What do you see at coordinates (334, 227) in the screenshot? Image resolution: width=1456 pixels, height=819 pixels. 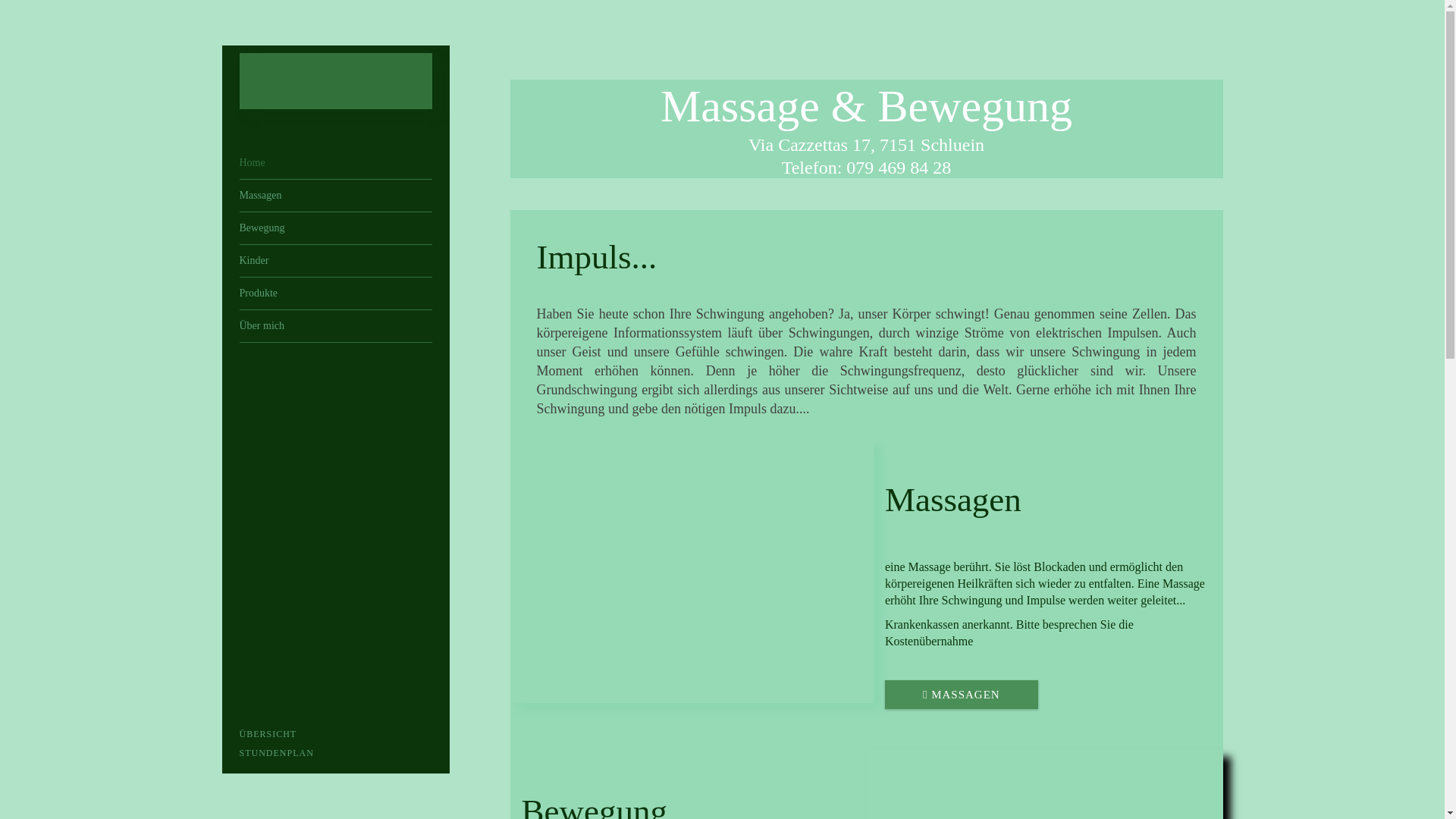 I see `'Bewegung'` at bounding box center [334, 227].